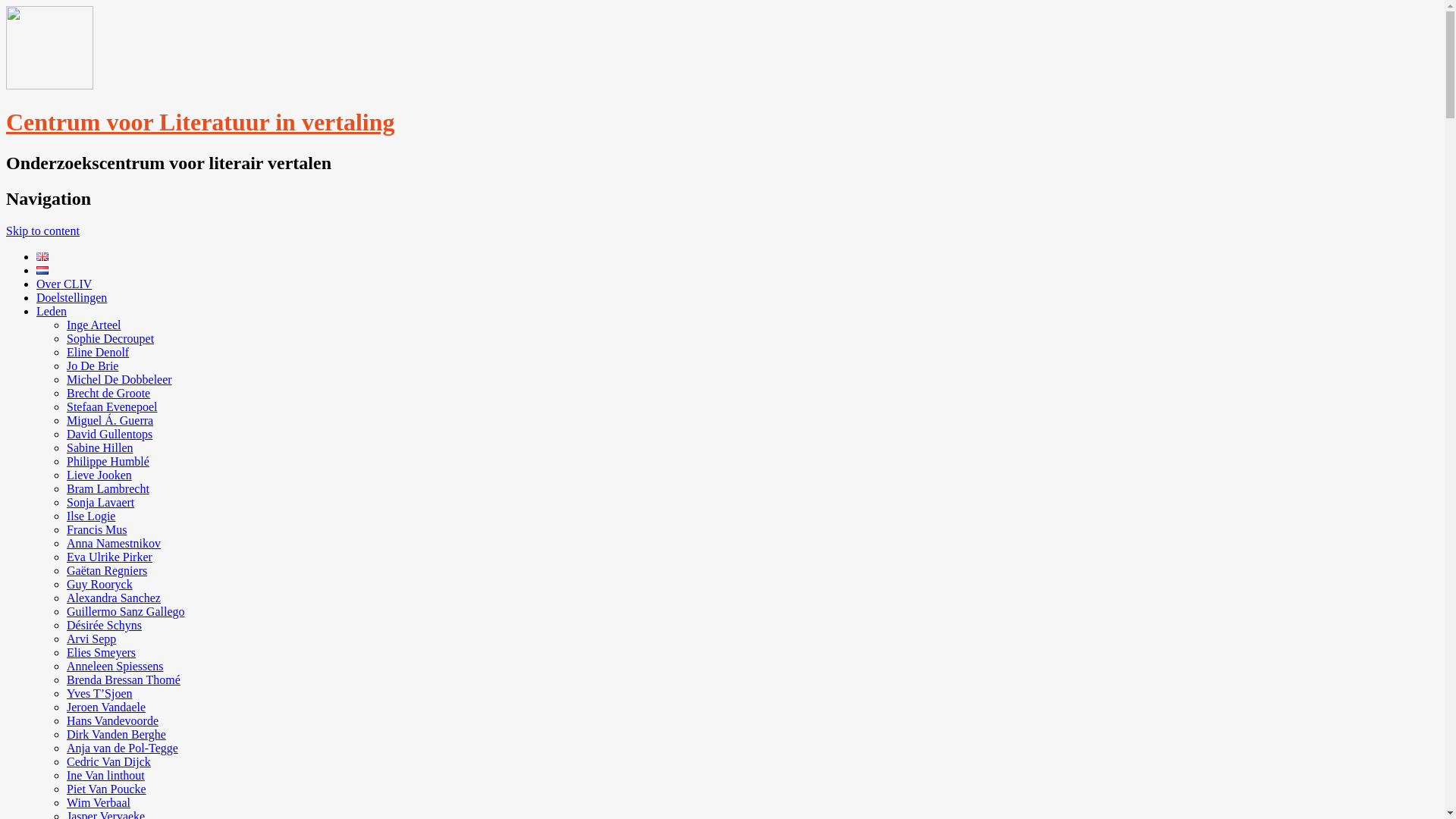 This screenshot has width=1456, height=819. Describe the element at coordinates (65, 707) in the screenshot. I see `'Jeroen Vandaele'` at that location.